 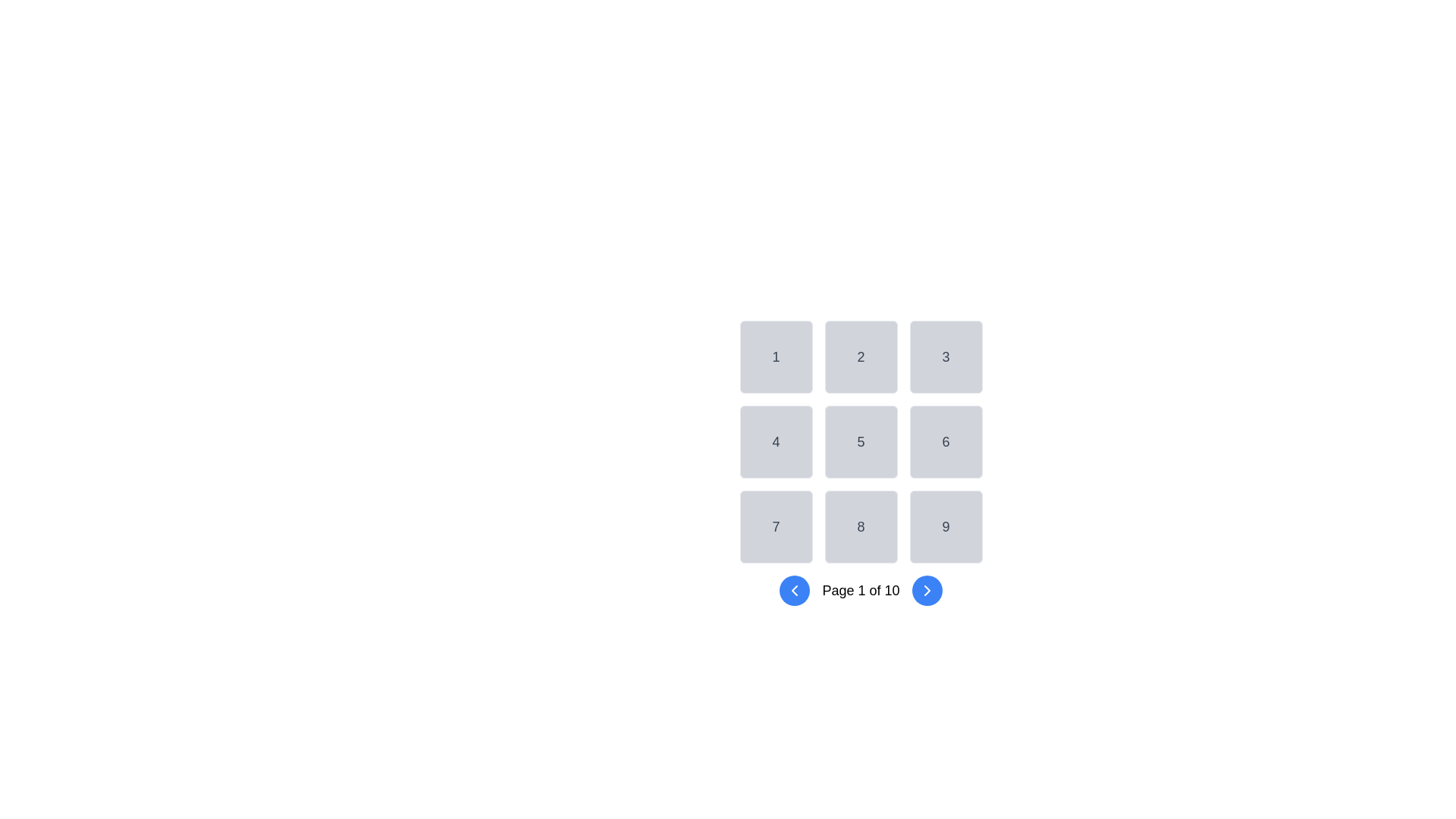 I want to click on the text label displaying 'Page 1 of 10', which is located centrally at the bottom of the grid layout between the 'Previous' and 'Next' navigation buttons, so click(x=861, y=590).